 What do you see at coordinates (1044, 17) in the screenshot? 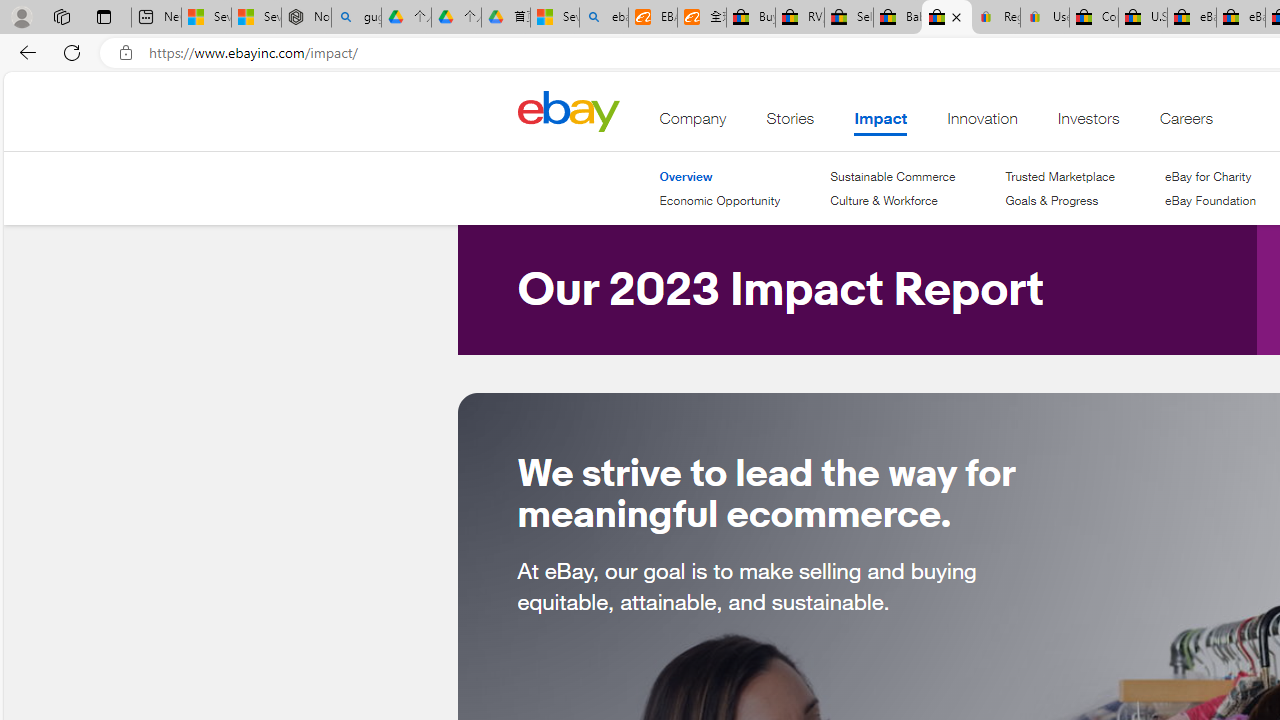
I see `'User Privacy Notice | eBay'` at bounding box center [1044, 17].